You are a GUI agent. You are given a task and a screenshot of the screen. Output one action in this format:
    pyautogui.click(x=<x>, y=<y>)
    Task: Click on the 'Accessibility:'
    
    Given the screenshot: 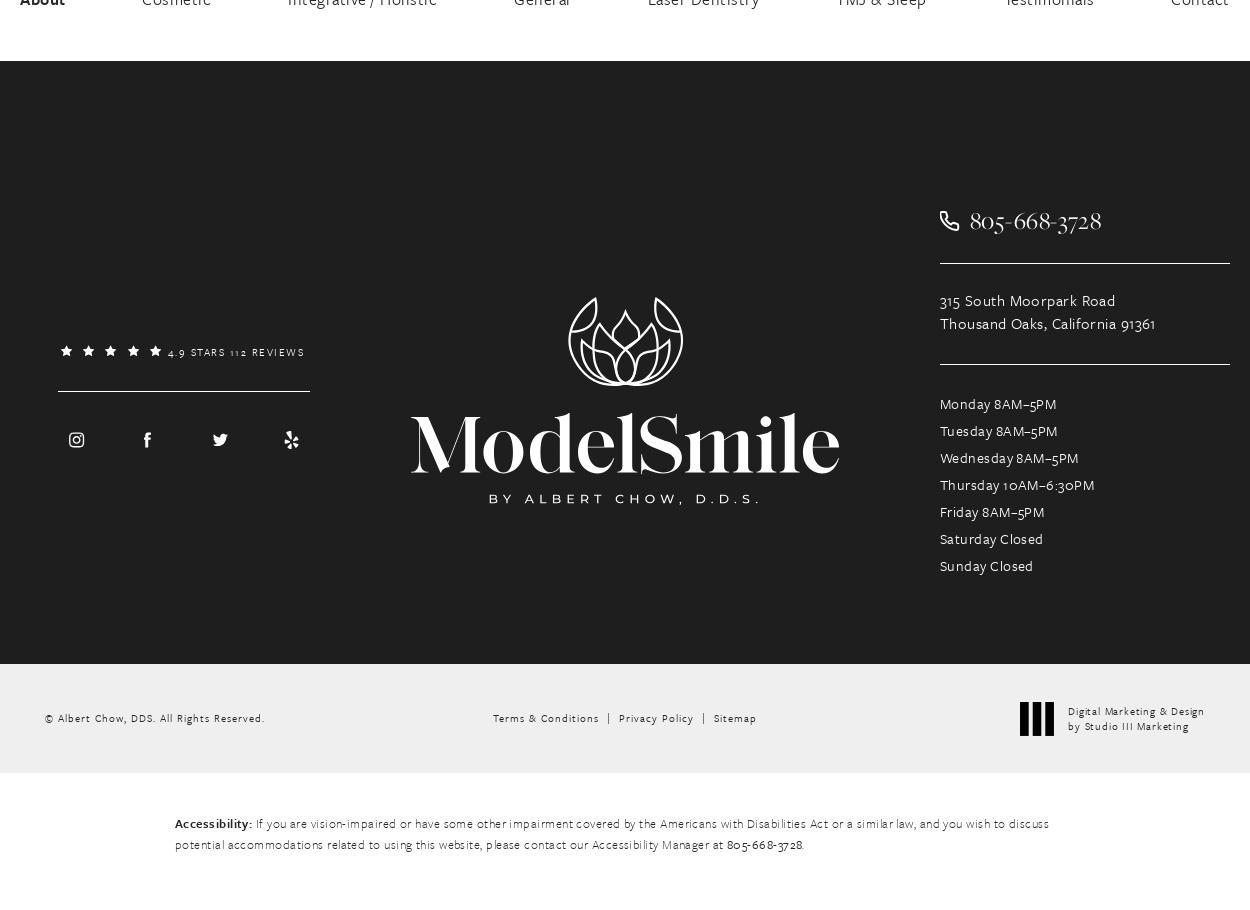 What is the action you would take?
    pyautogui.click(x=175, y=822)
    